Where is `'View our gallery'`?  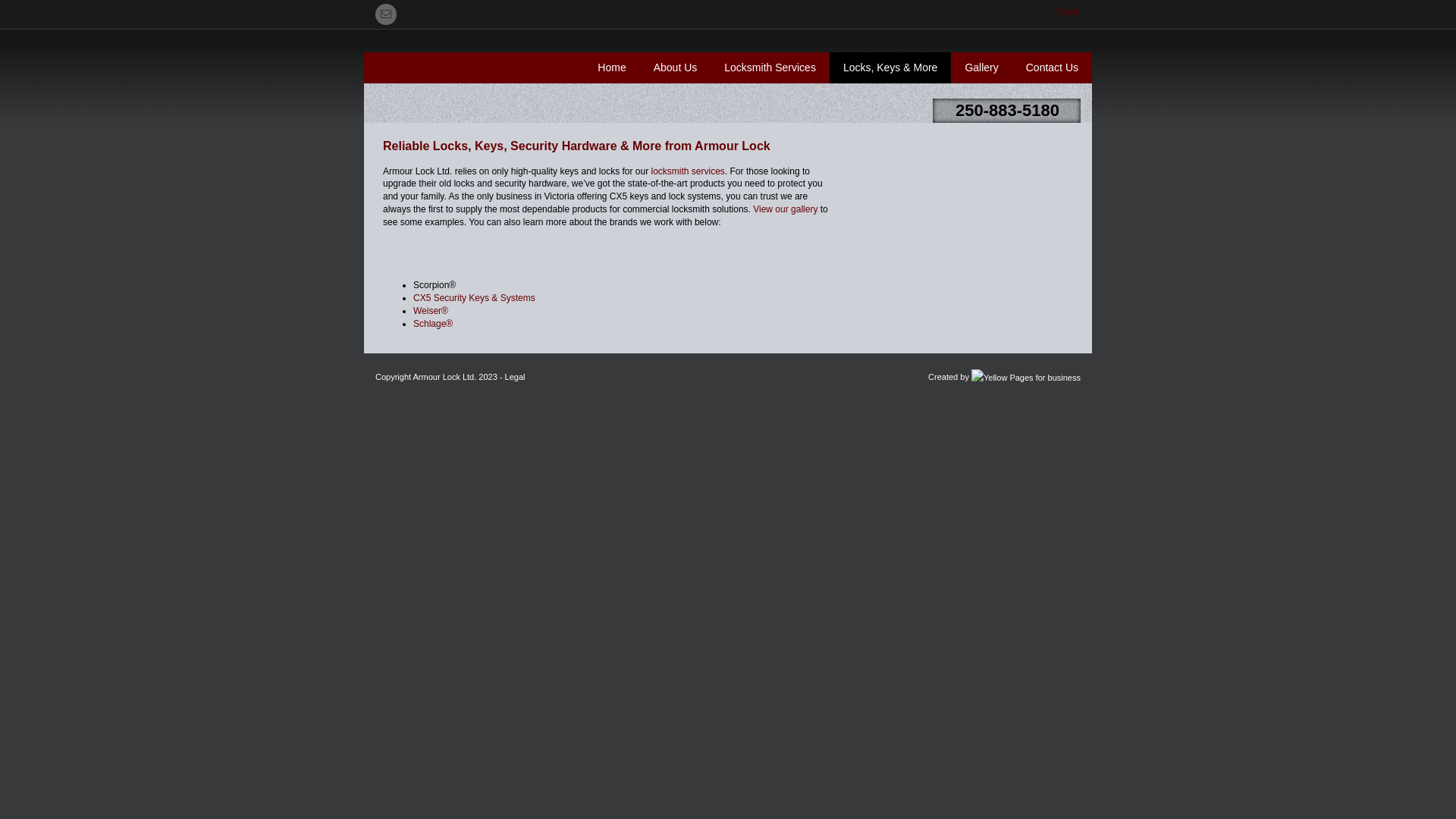
'View our gallery' is located at coordinates (785, 209).